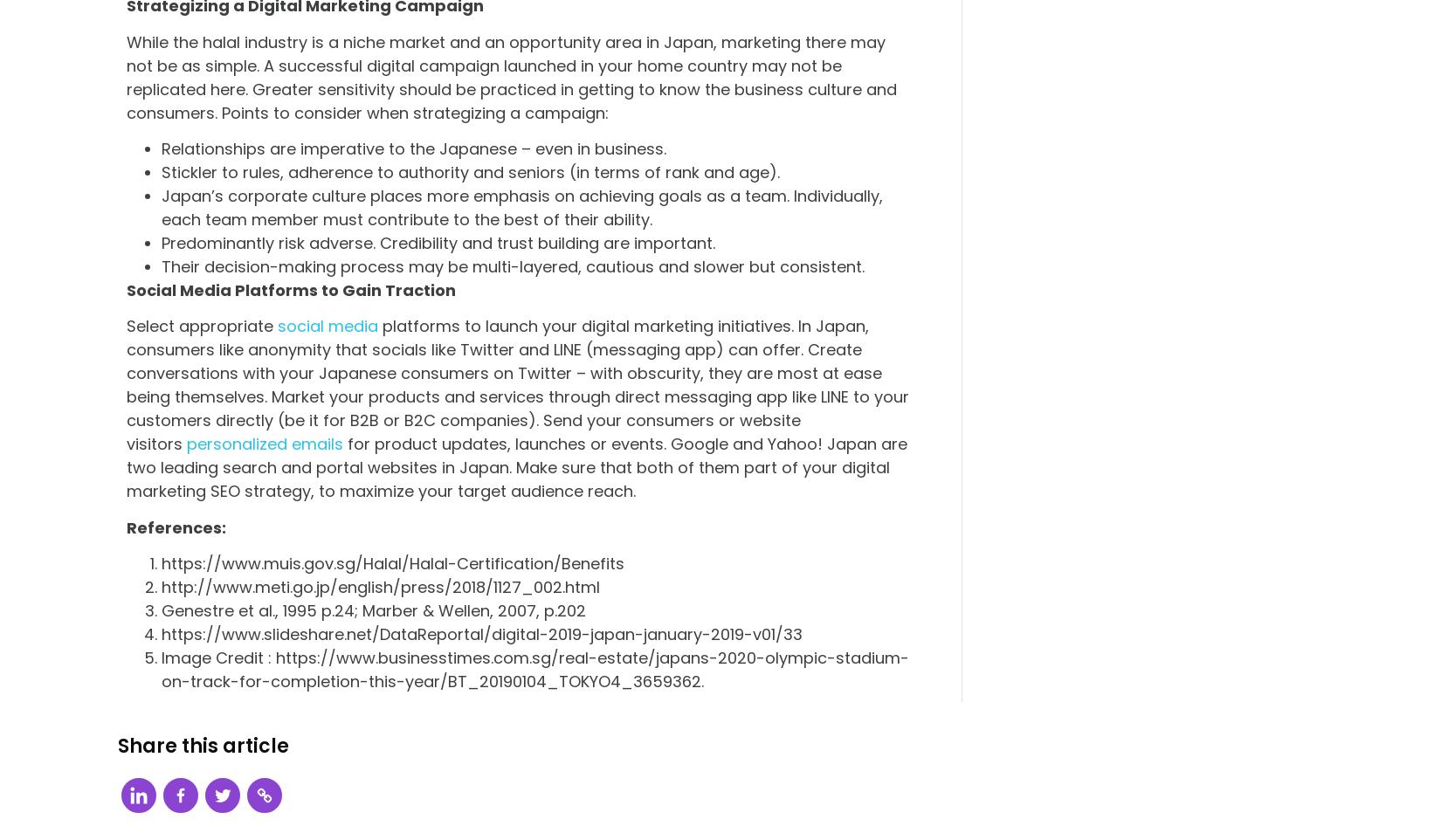 The height and width of the screenshot is (840, 1441). Describe the element at coordinates (161, 670) in the screenshot. I see `'Image Credit : https://www.businesstimes.com.sg/real-estate/japans-2020-olympic-stadium-on-track-for-completion-this-year/BT_20190104_TOKYO4_3659362.'` at that location.